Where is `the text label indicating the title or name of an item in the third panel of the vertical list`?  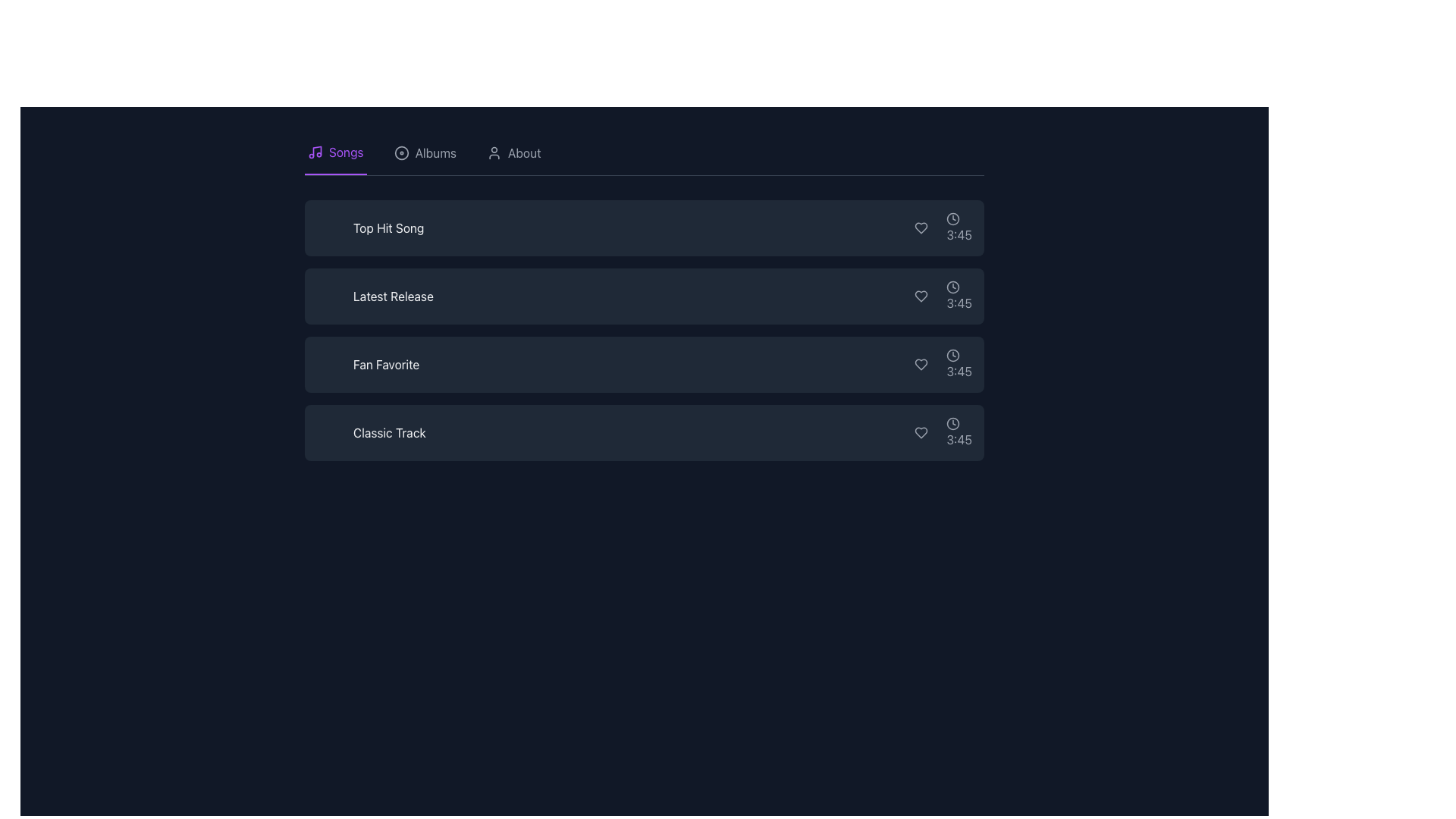
the text label indicating the title or name of an item in the third panel of the vertical list is located at coordinates (368, 365).